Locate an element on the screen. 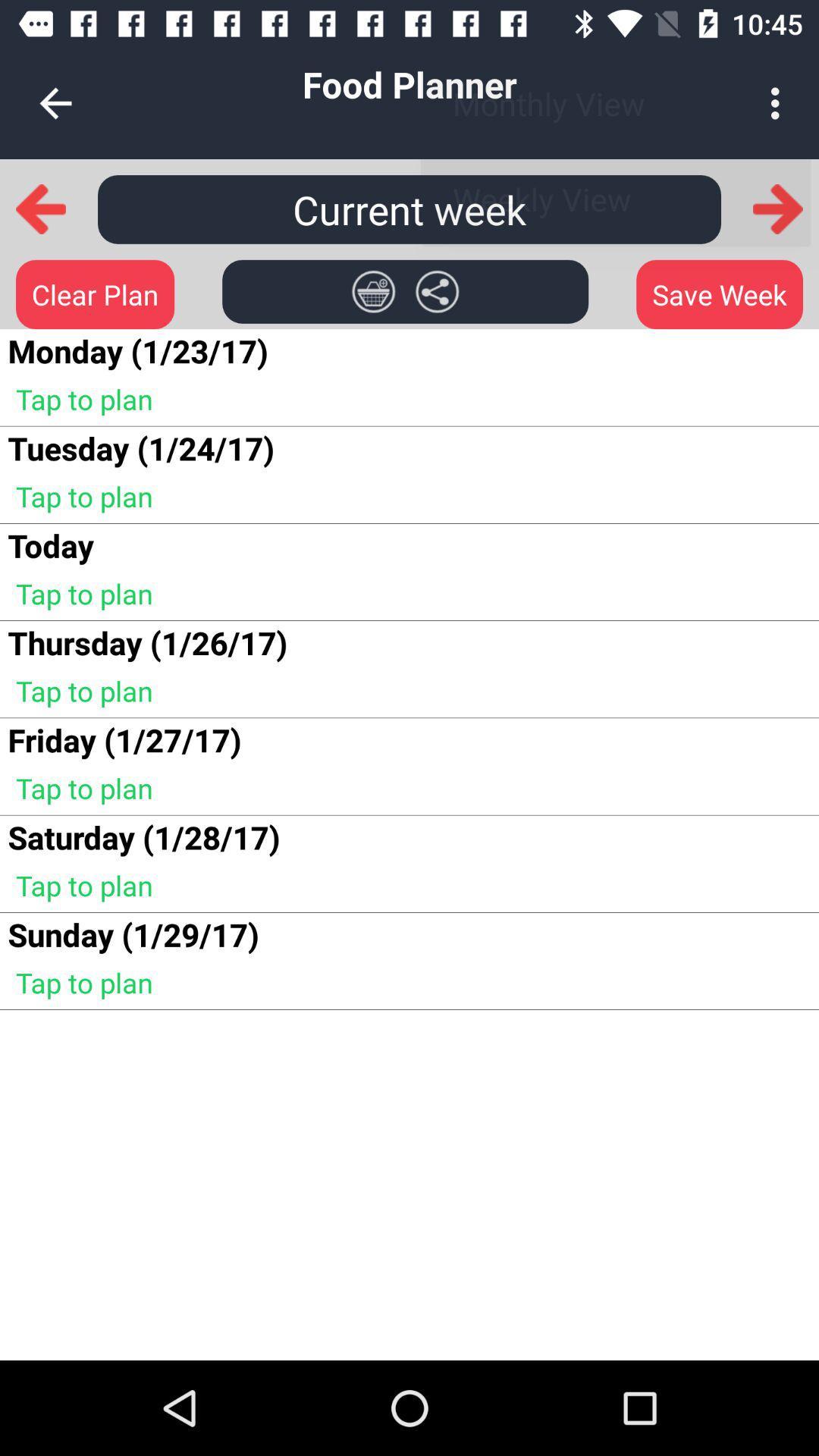 The width and height of the screenshot is (819, 1456). the share icon is located at coordinates (437, 291).